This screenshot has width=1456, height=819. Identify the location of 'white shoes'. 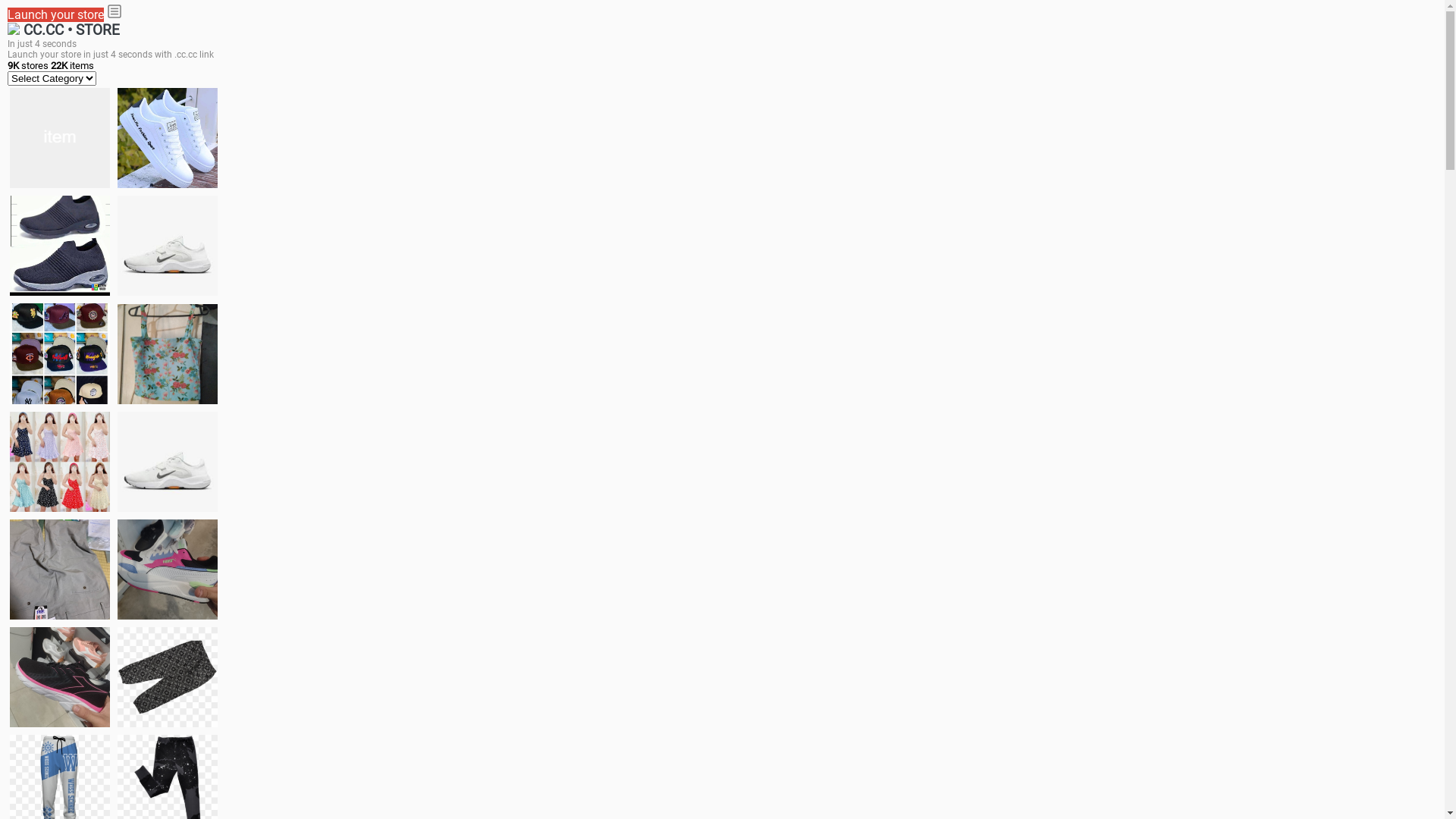
(167, 137).